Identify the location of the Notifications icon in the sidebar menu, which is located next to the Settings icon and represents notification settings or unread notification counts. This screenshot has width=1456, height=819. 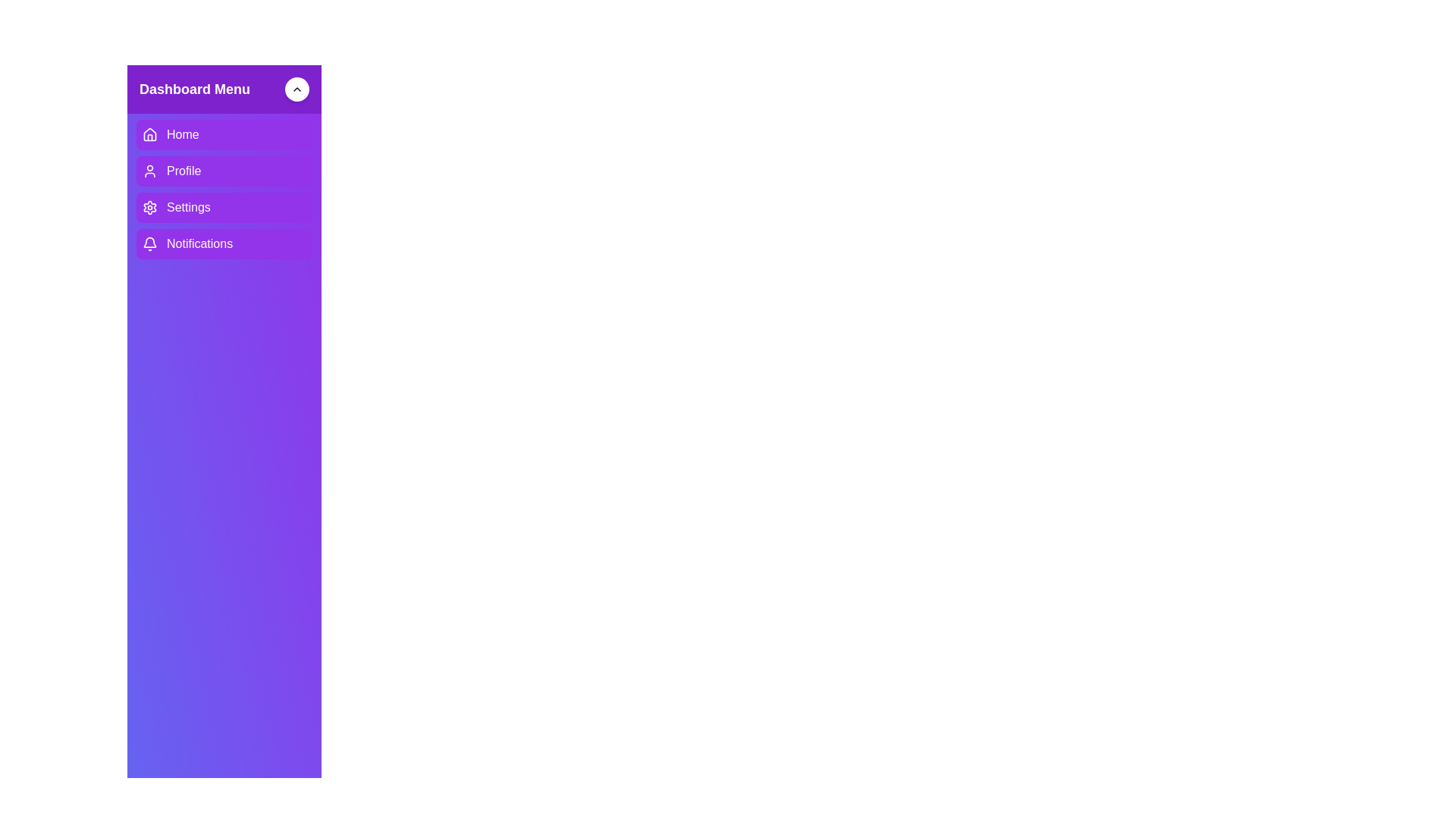
(149, 241).